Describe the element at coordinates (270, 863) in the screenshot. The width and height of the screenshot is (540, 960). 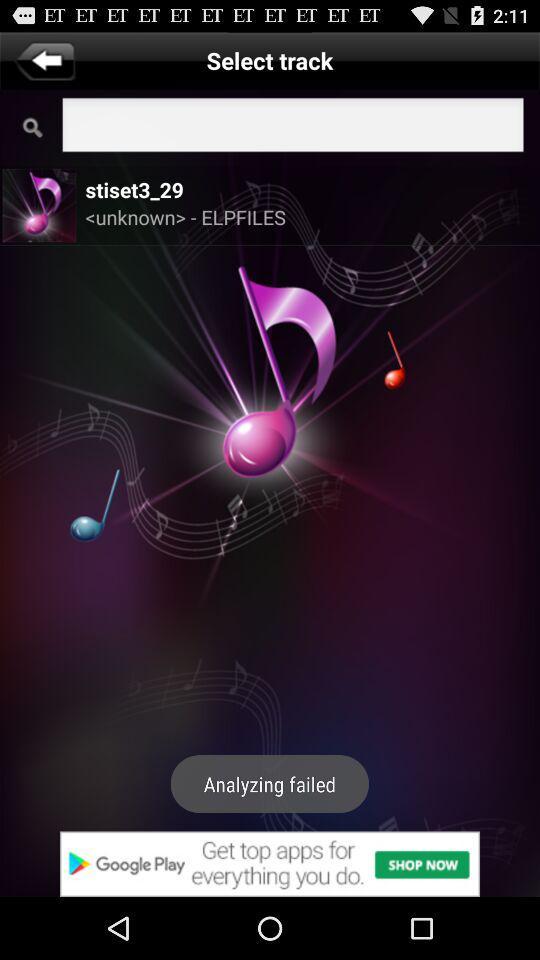
I see `advertisements website` at that location.